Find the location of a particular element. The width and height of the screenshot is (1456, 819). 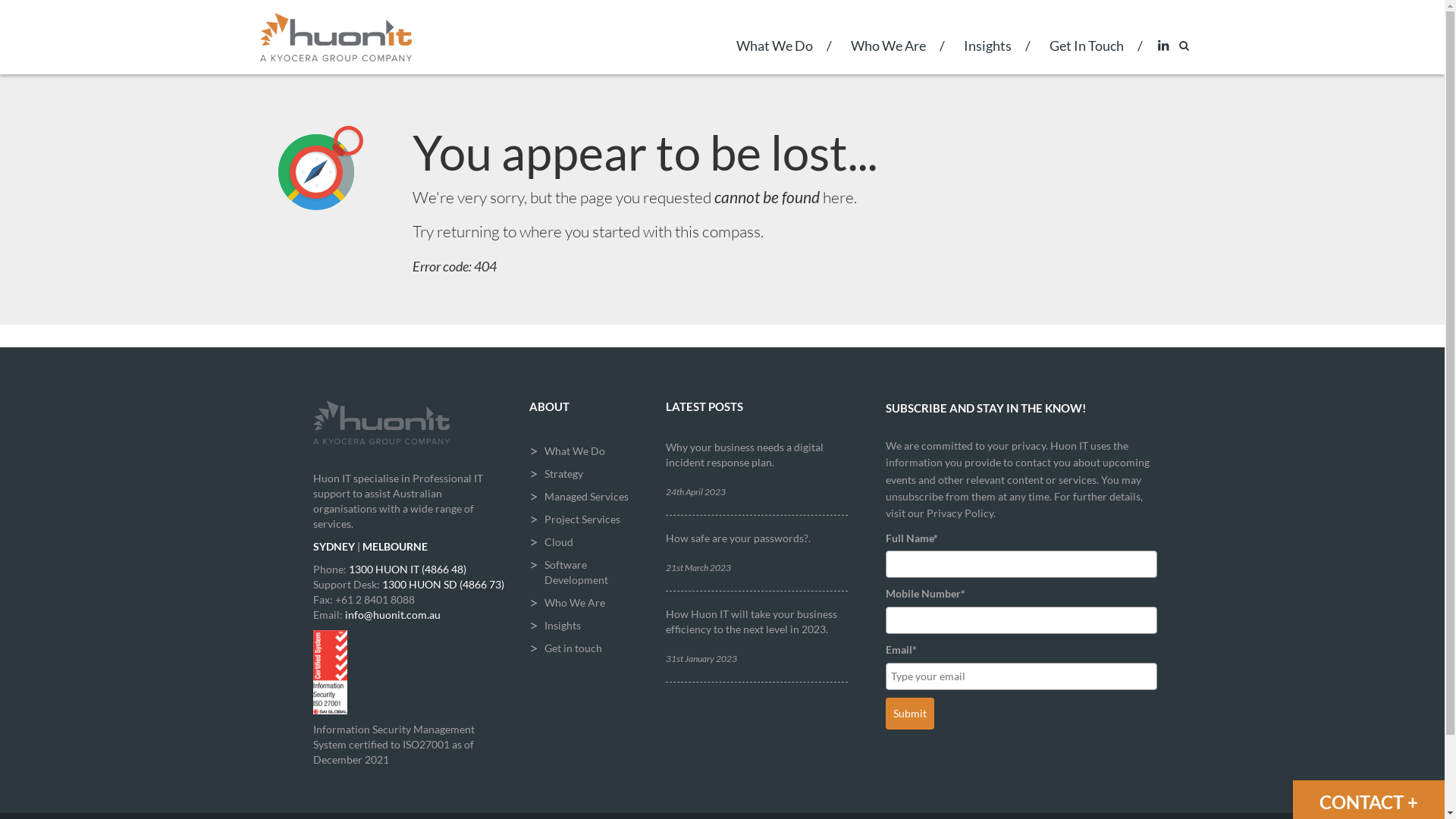

'Get In Touch' is located at coordinates (1084, 55).